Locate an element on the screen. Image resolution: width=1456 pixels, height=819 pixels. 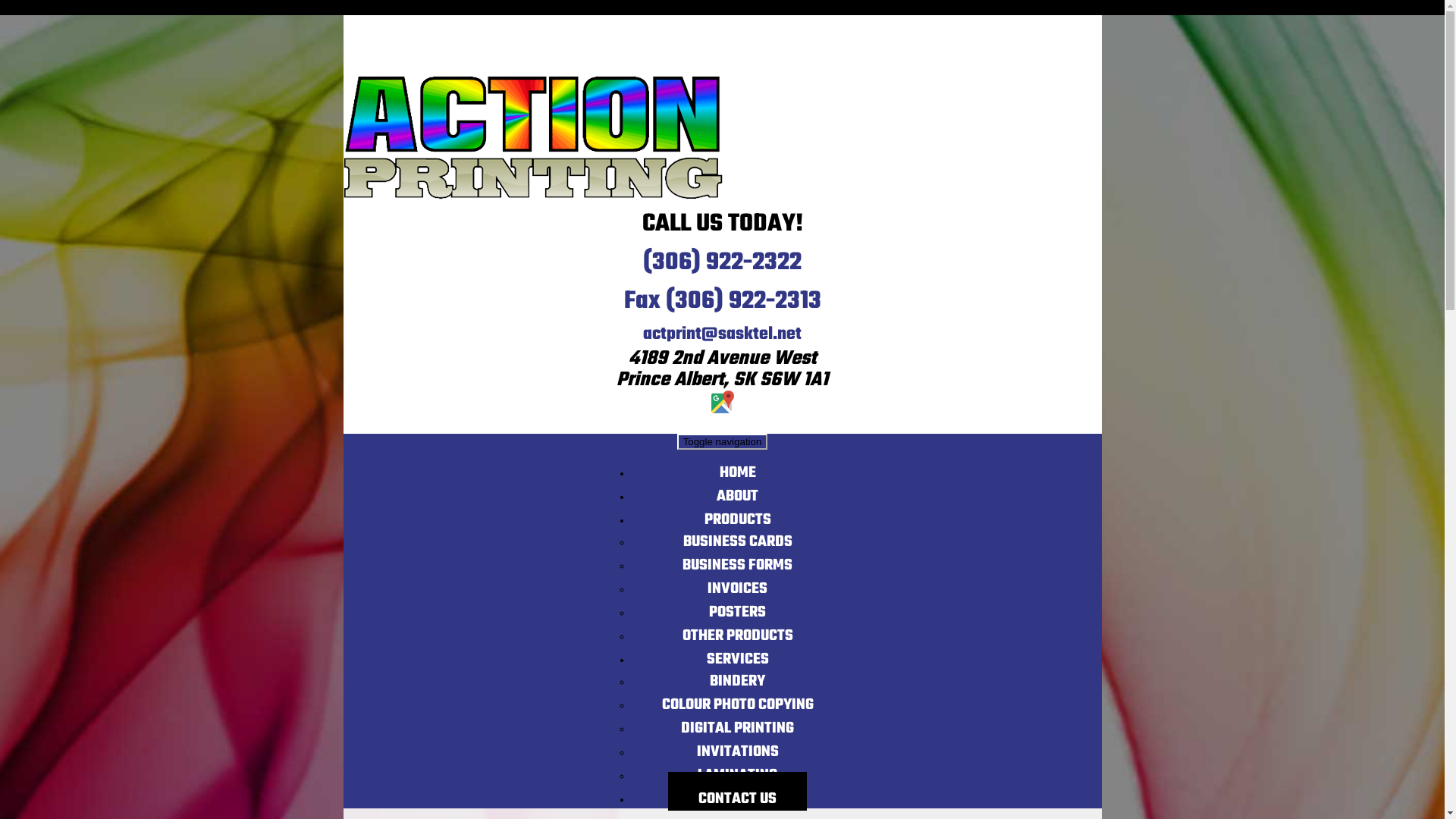
'LAMINATING' is located at coordinates (737, 767).